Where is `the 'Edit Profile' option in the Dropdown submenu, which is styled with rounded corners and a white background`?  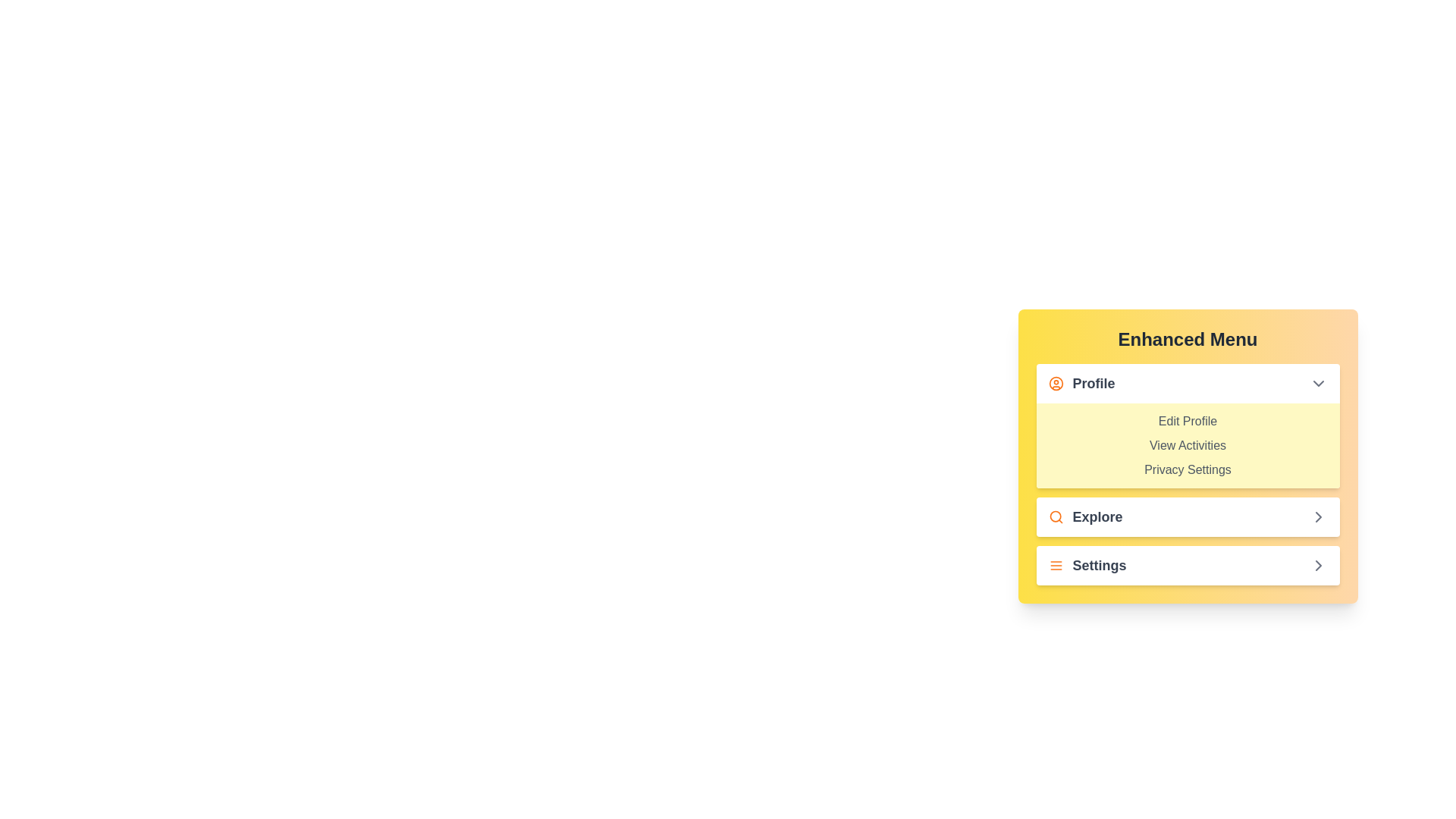 the 'Edit Profile' option in the Dropdown submenu, which is styled with rounded corners and a white background is located at coordinates (1187, 426).